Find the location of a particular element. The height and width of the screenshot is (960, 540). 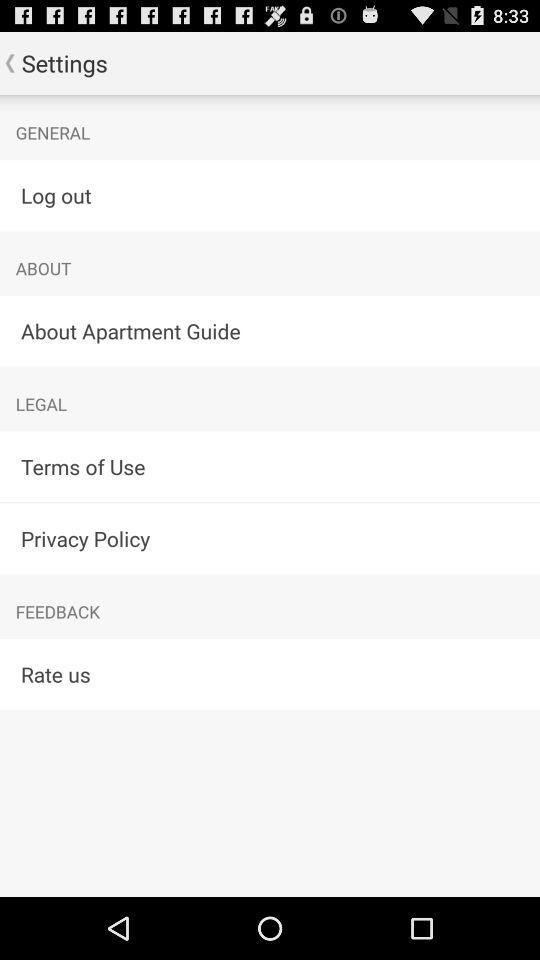

privacy policy item is located at coordinates (270, 537).